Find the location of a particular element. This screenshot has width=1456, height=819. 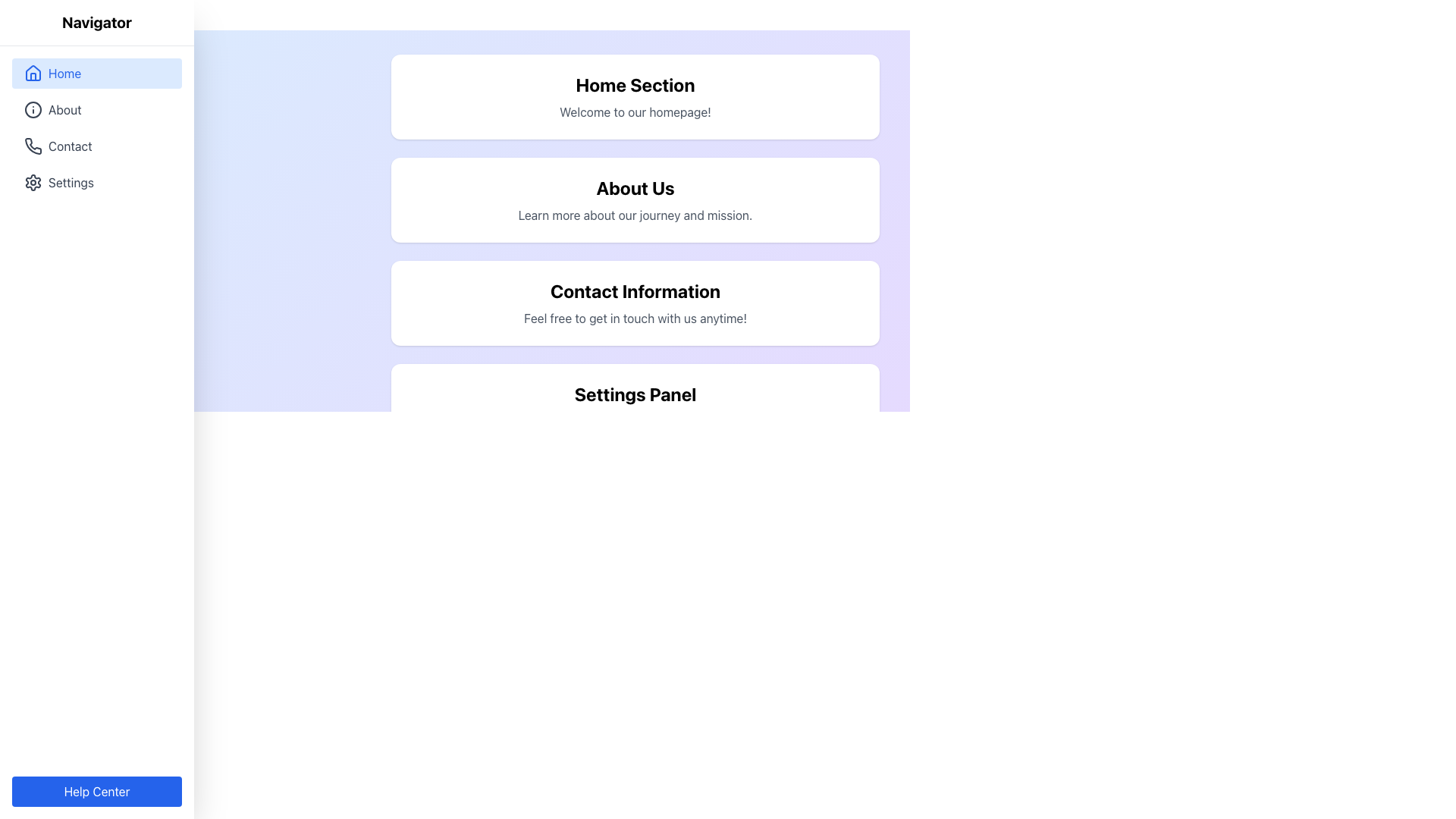

the static text element providing additional information related to the 'Contact Information' section, which is positioned directly below the 'Contact Information' heading is located at coordinates (635, 318).